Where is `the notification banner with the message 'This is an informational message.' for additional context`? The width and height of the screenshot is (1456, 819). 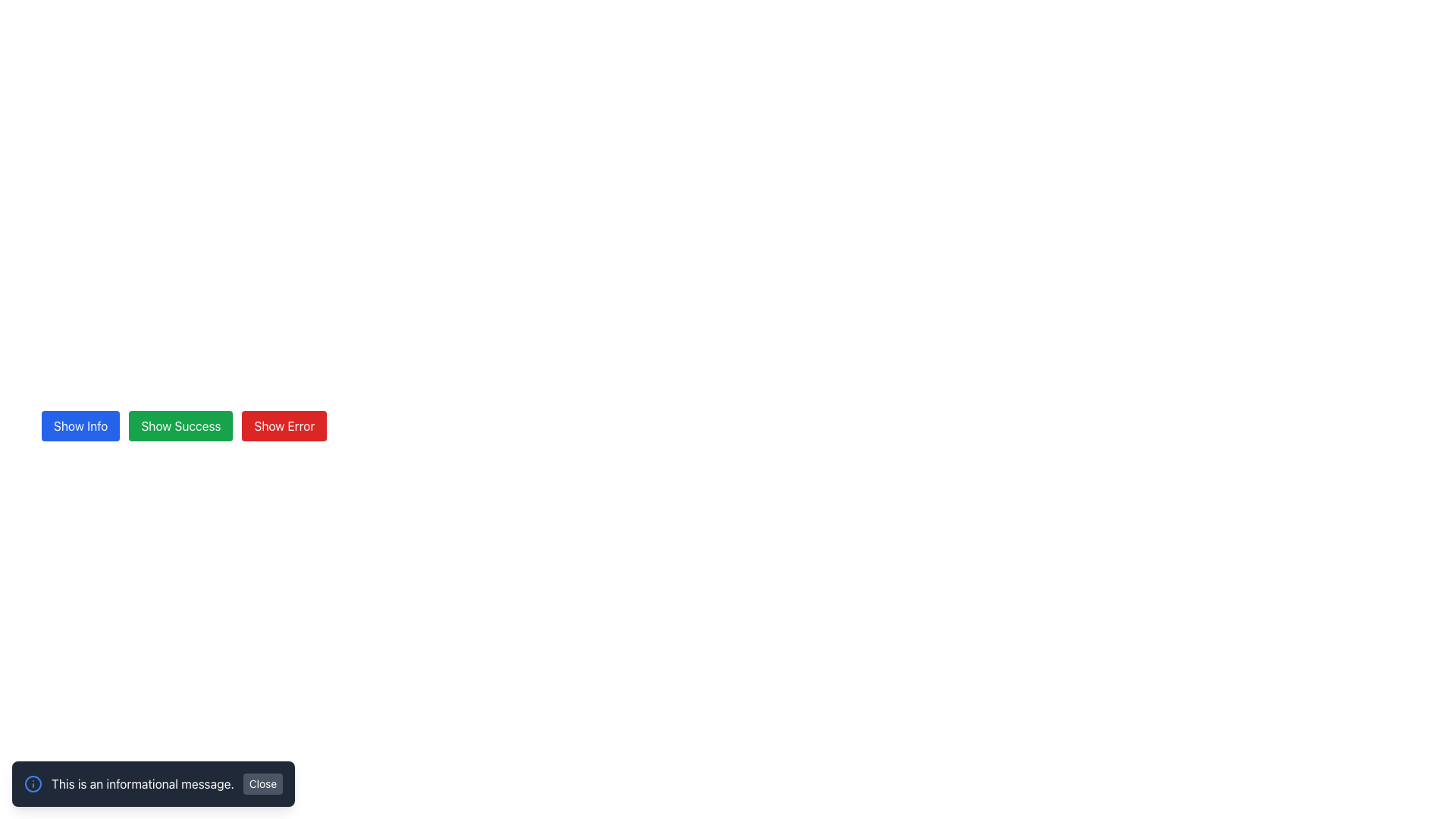
the notification banner with the message 'This is an informational message.' for additional context is located at coordinates (153, 783).